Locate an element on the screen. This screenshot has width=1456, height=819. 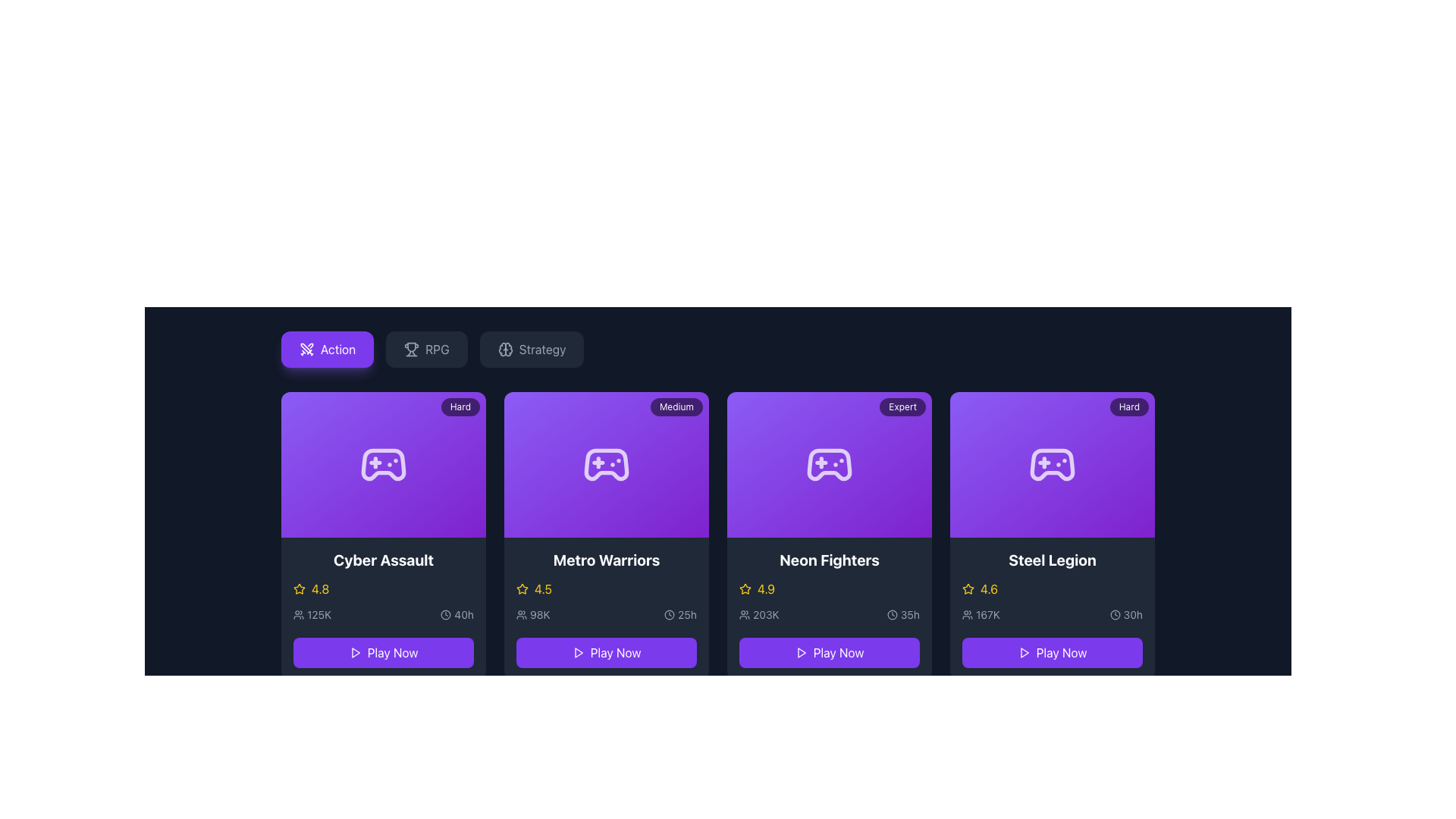
the text indicating user interactions or views associated with the 'Neon Fighters' card, located in the lower section next to metrics icons is located at coordinates (759, 614).